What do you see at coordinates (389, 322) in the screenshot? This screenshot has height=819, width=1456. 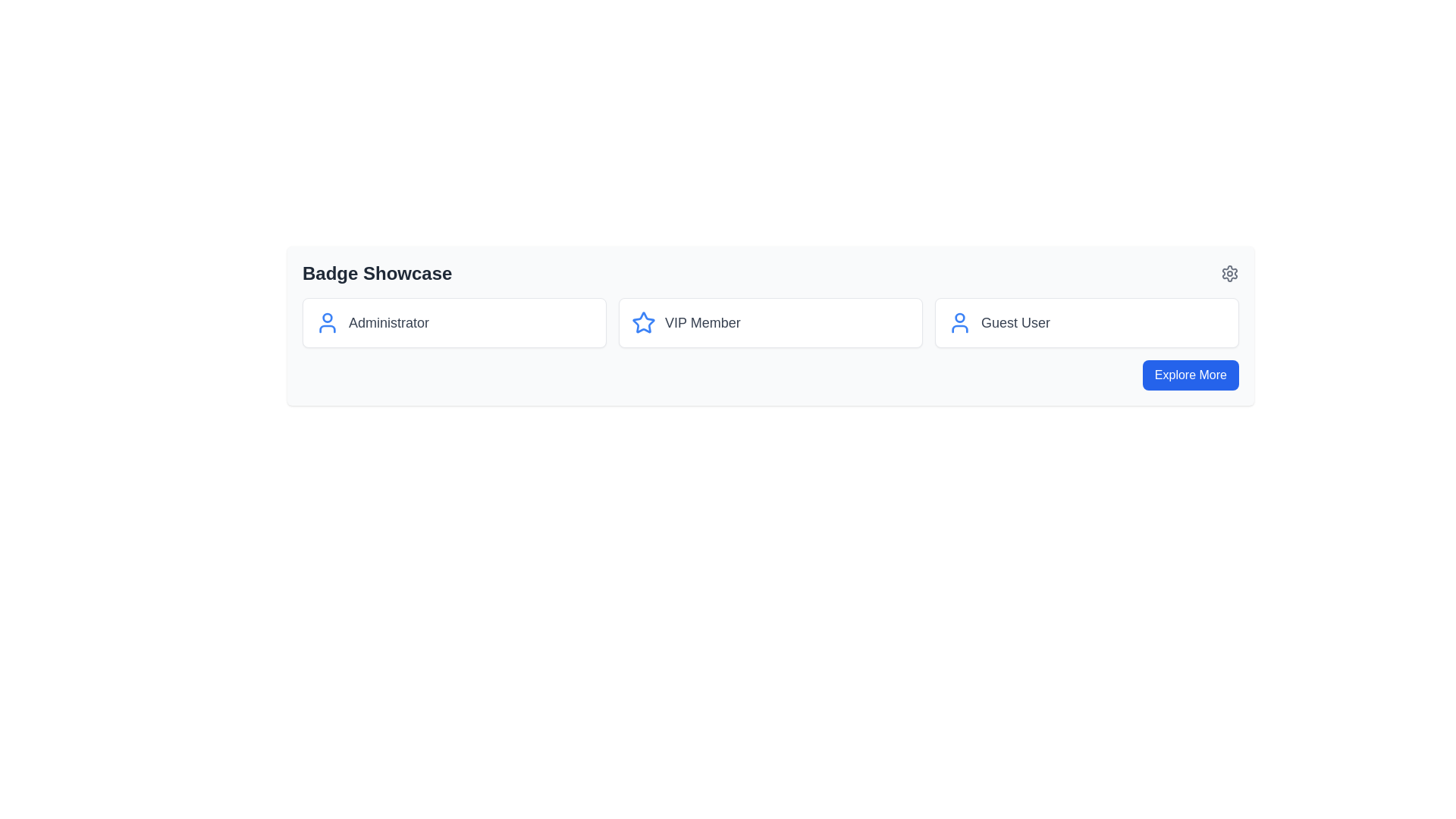 I see `the text element that displays the user role as 'Administrator', which is located in the leftmost section of a horizontally aligned list, immediately to the right of the user icon` at bounding box center [389, 322].